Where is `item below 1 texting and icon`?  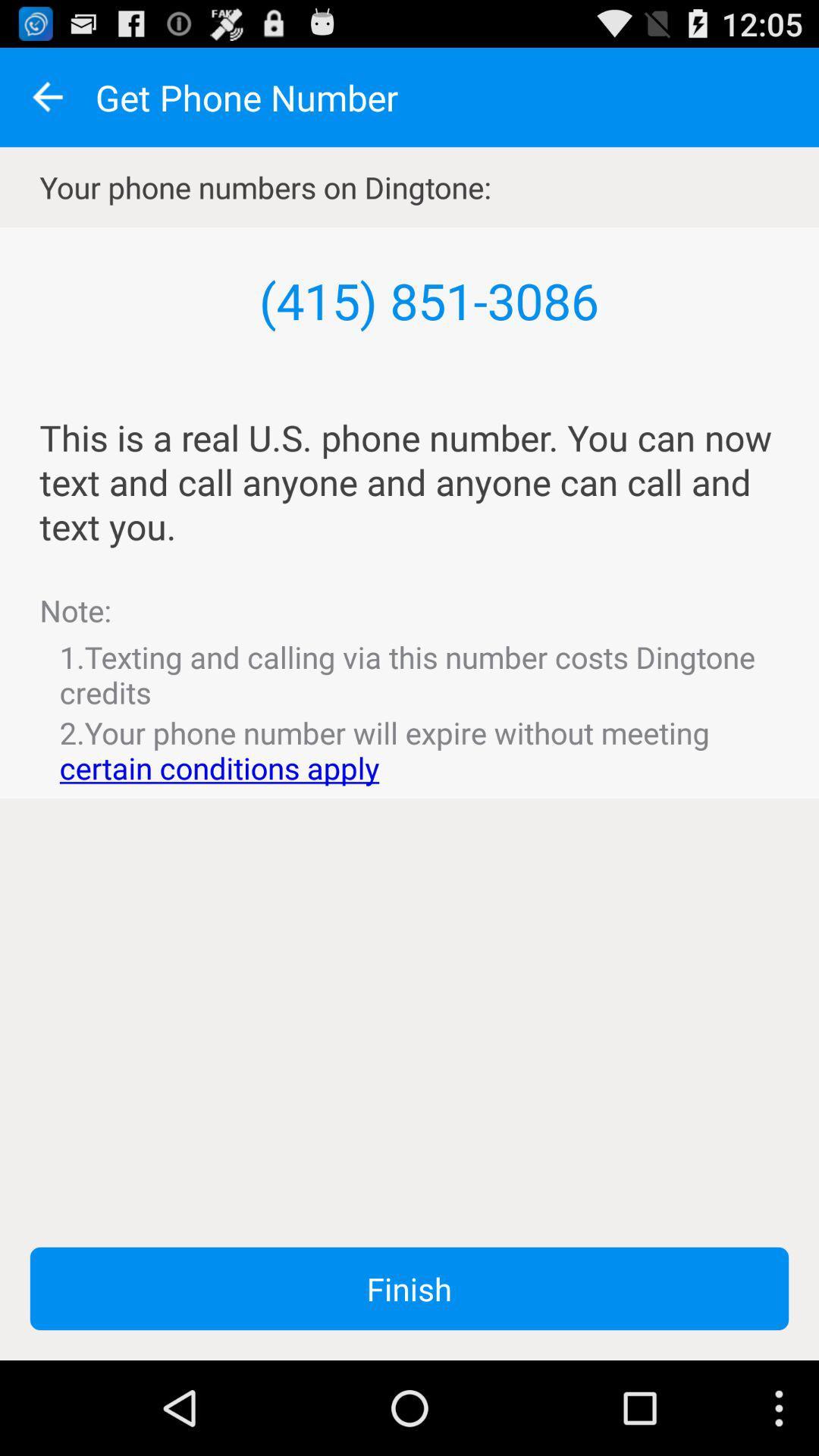
item below 1 texting and icon is located at coordinates (409, 750).